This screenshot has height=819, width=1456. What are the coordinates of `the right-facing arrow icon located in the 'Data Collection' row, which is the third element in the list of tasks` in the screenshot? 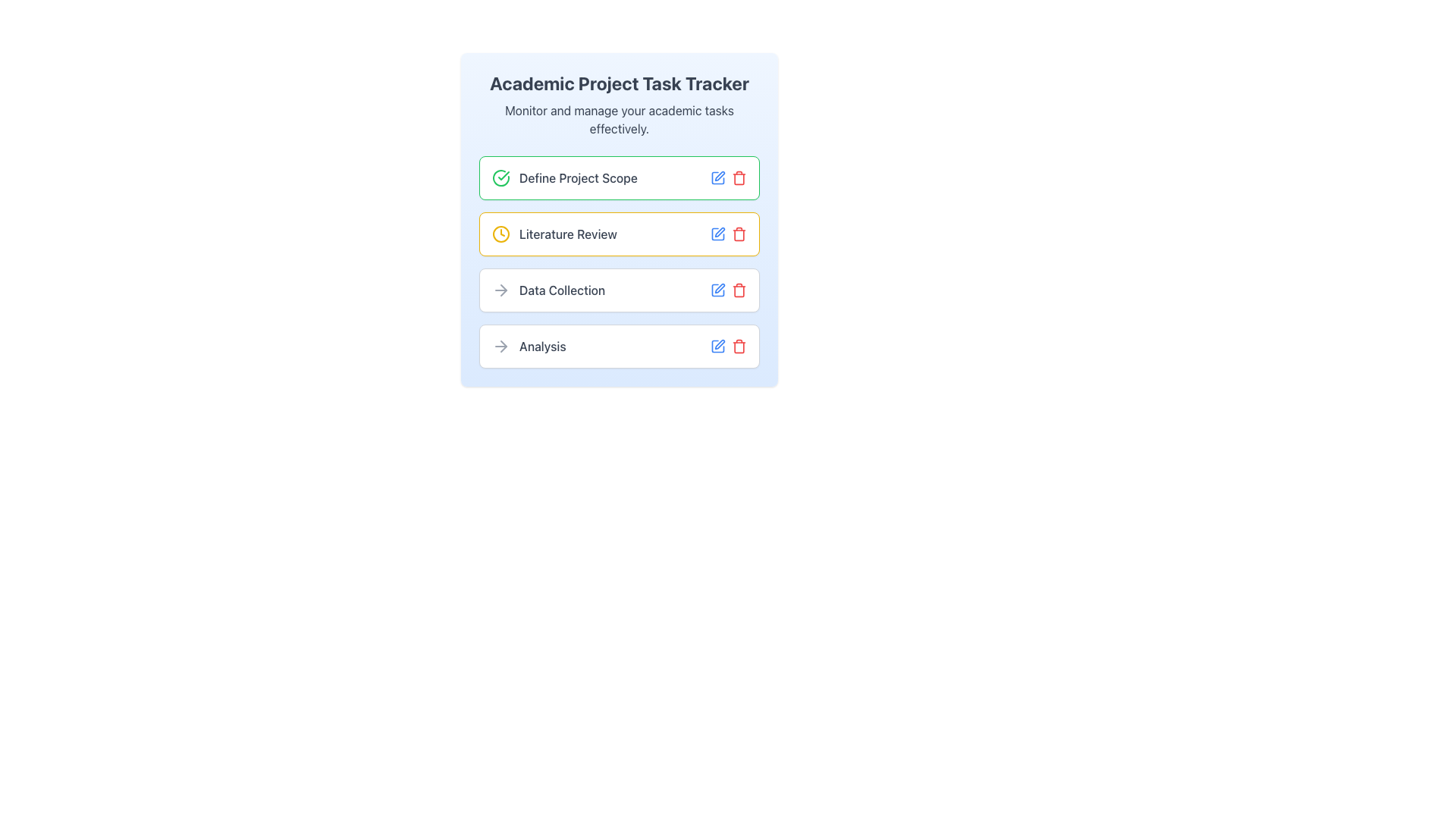 It's located at (504, 346).